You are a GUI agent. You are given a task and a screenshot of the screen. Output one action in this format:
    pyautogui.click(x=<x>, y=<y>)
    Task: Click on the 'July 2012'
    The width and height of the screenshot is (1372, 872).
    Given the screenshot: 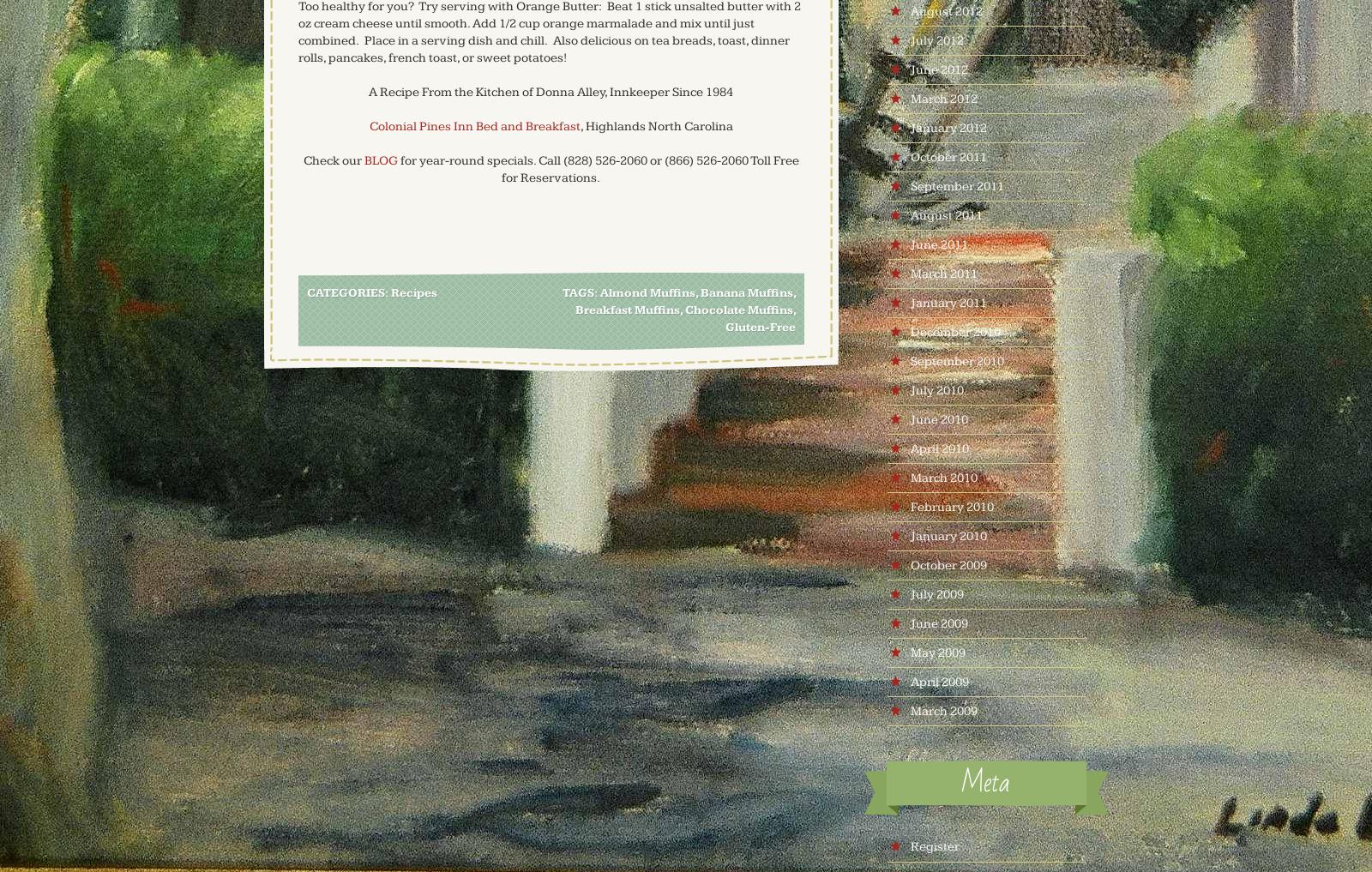 What is the action you would take?
    pyautogui.click(x=909, y=39)
    